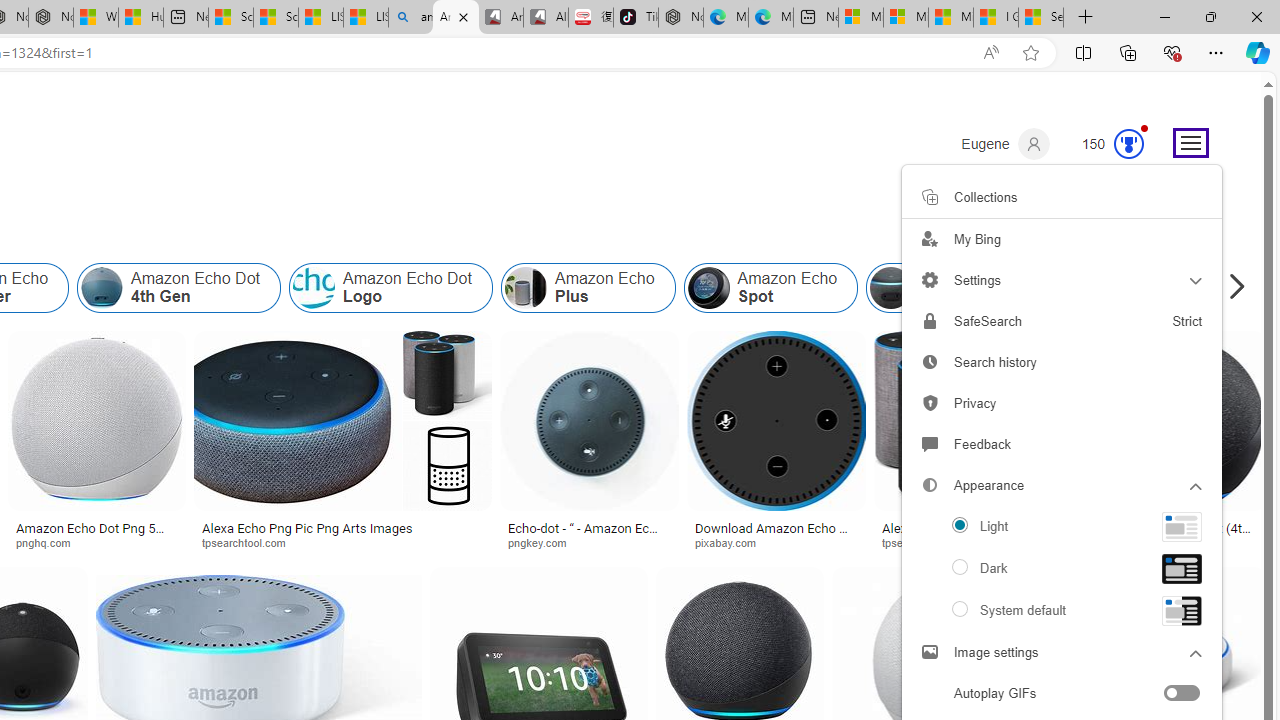 The height and width of the screenshot is (720, 1280). I want to click on 'Search history', so click(1061, 362).